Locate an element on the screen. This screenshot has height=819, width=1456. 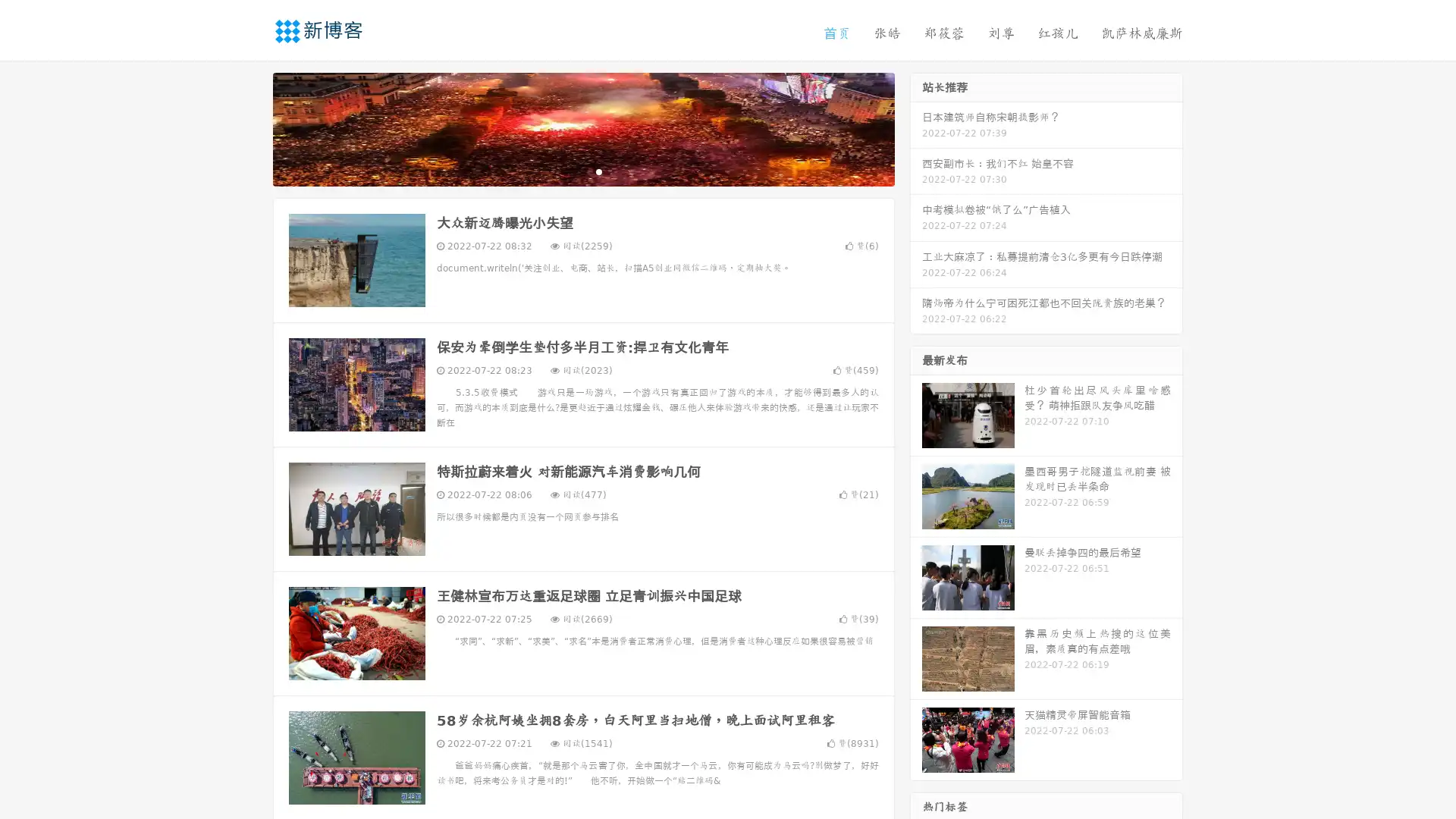
Go to slide 1 is located at coordinates (567, 171).